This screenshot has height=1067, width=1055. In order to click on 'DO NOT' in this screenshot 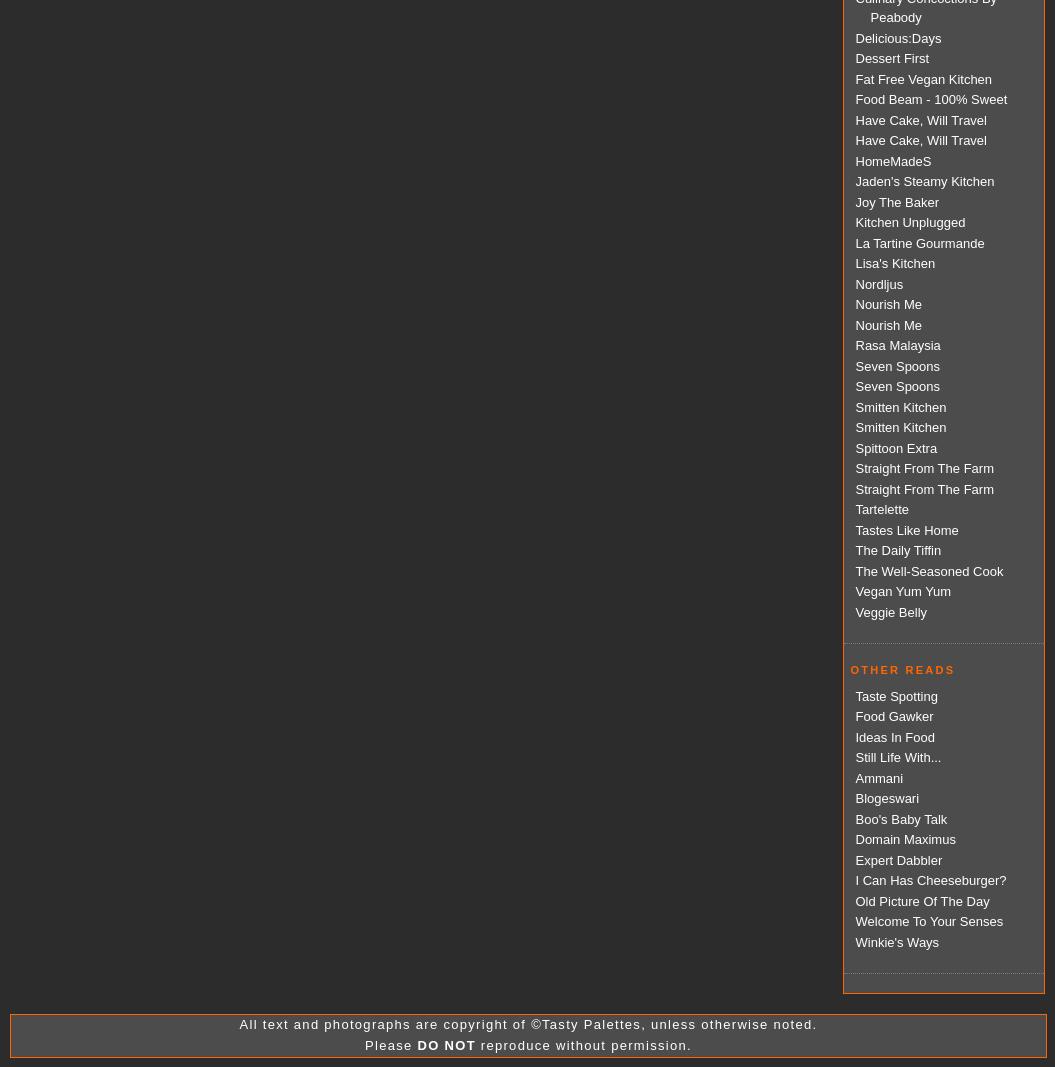, I will do `click(447, 1045)`.